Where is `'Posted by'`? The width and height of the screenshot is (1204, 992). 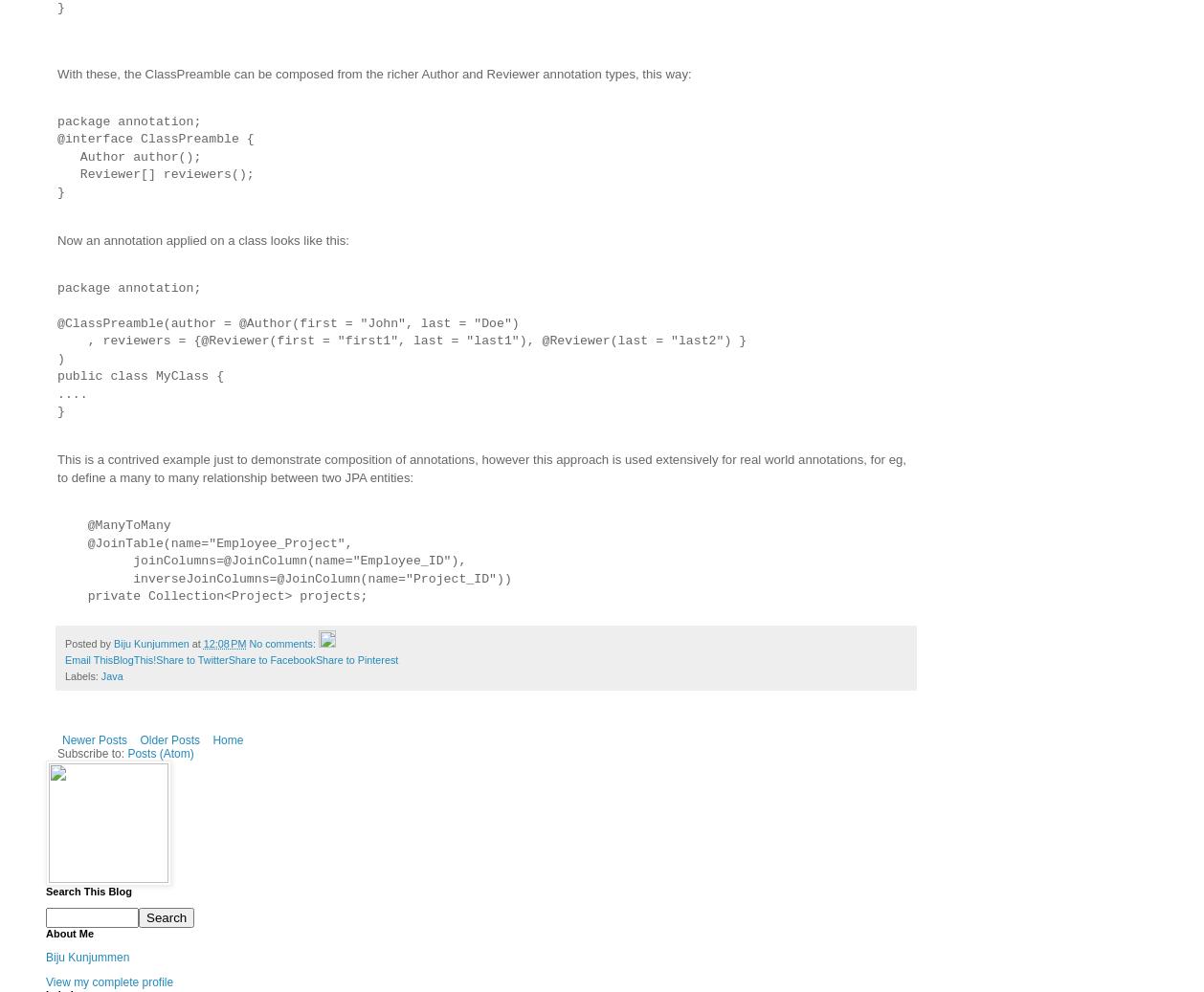
'Posted by' is located at coordinates (89, 642).